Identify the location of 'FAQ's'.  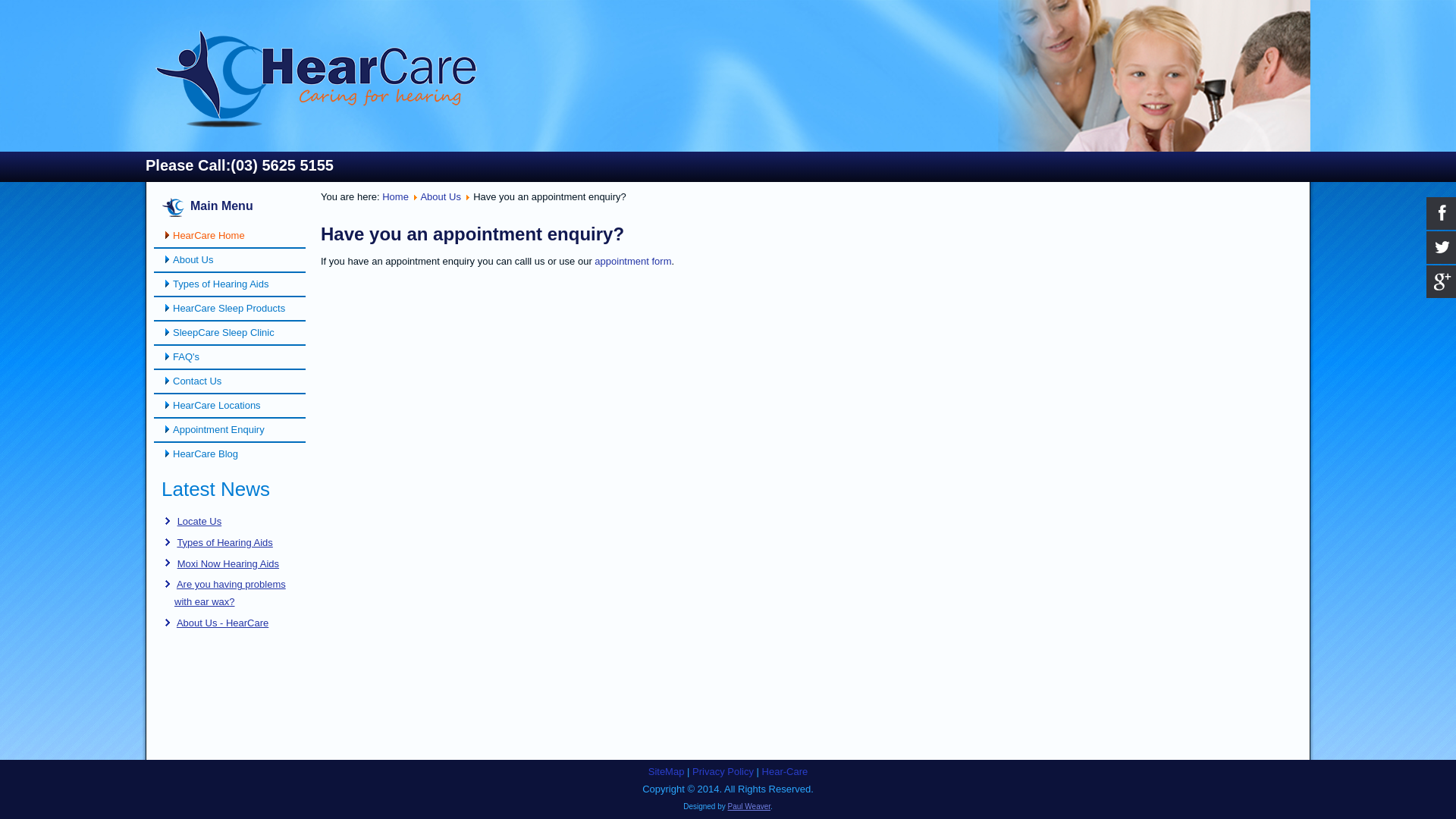
(228, 356).